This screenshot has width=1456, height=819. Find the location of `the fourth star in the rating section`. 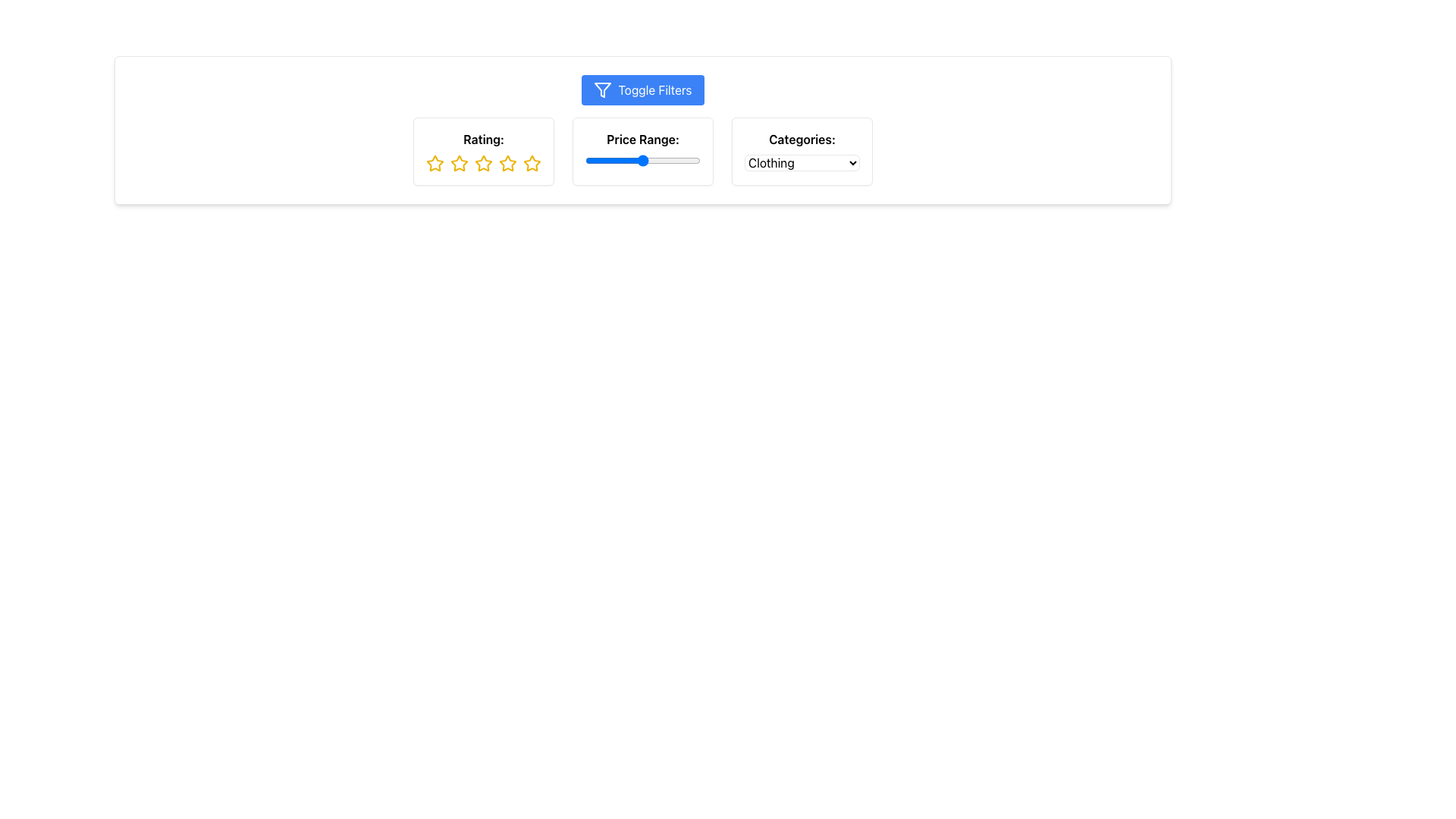

the fourth star in the rating section is located at coordinates (508, 164).